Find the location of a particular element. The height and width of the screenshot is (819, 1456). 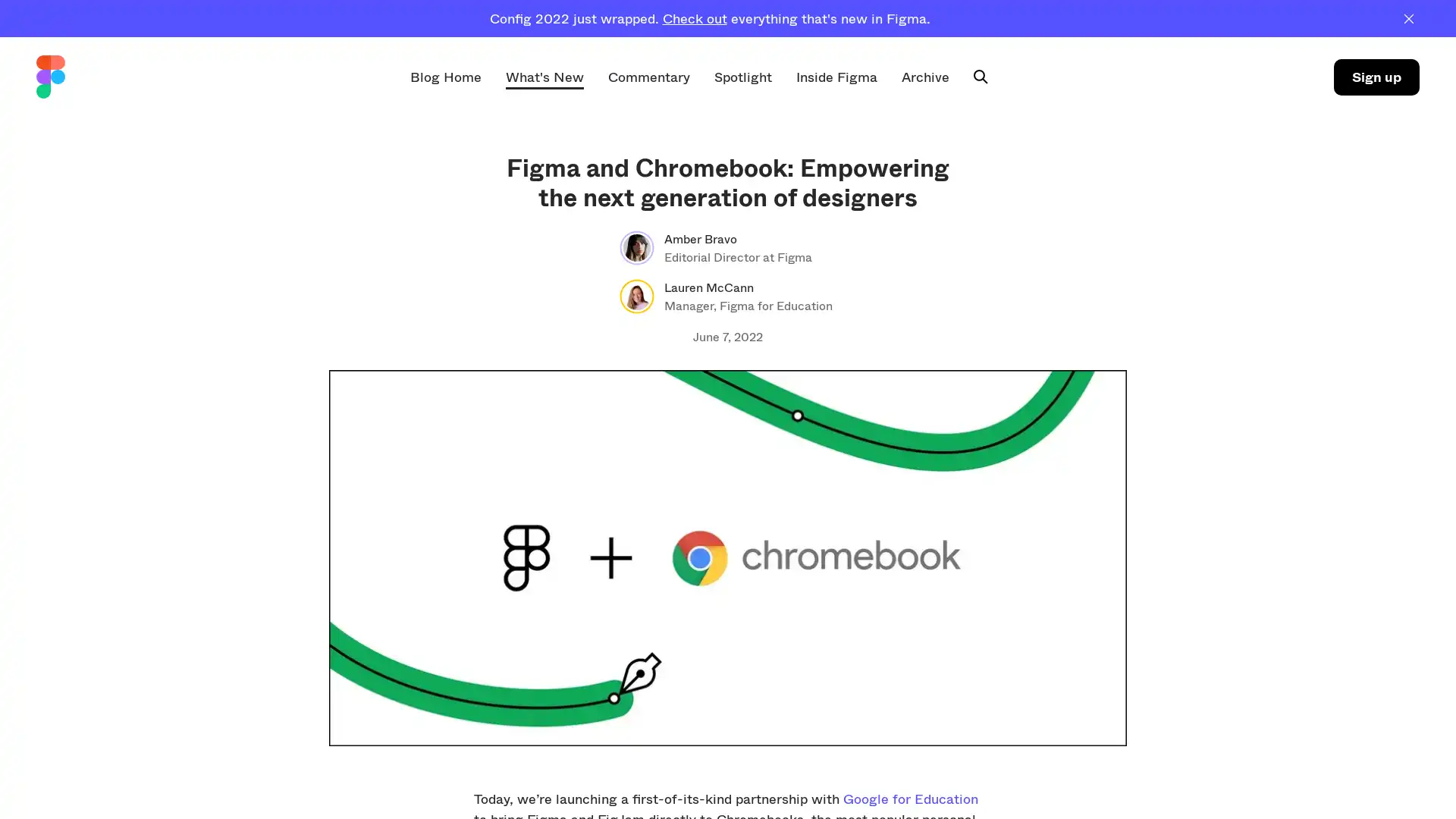

Sign up is located at coordinates (1376, 76).